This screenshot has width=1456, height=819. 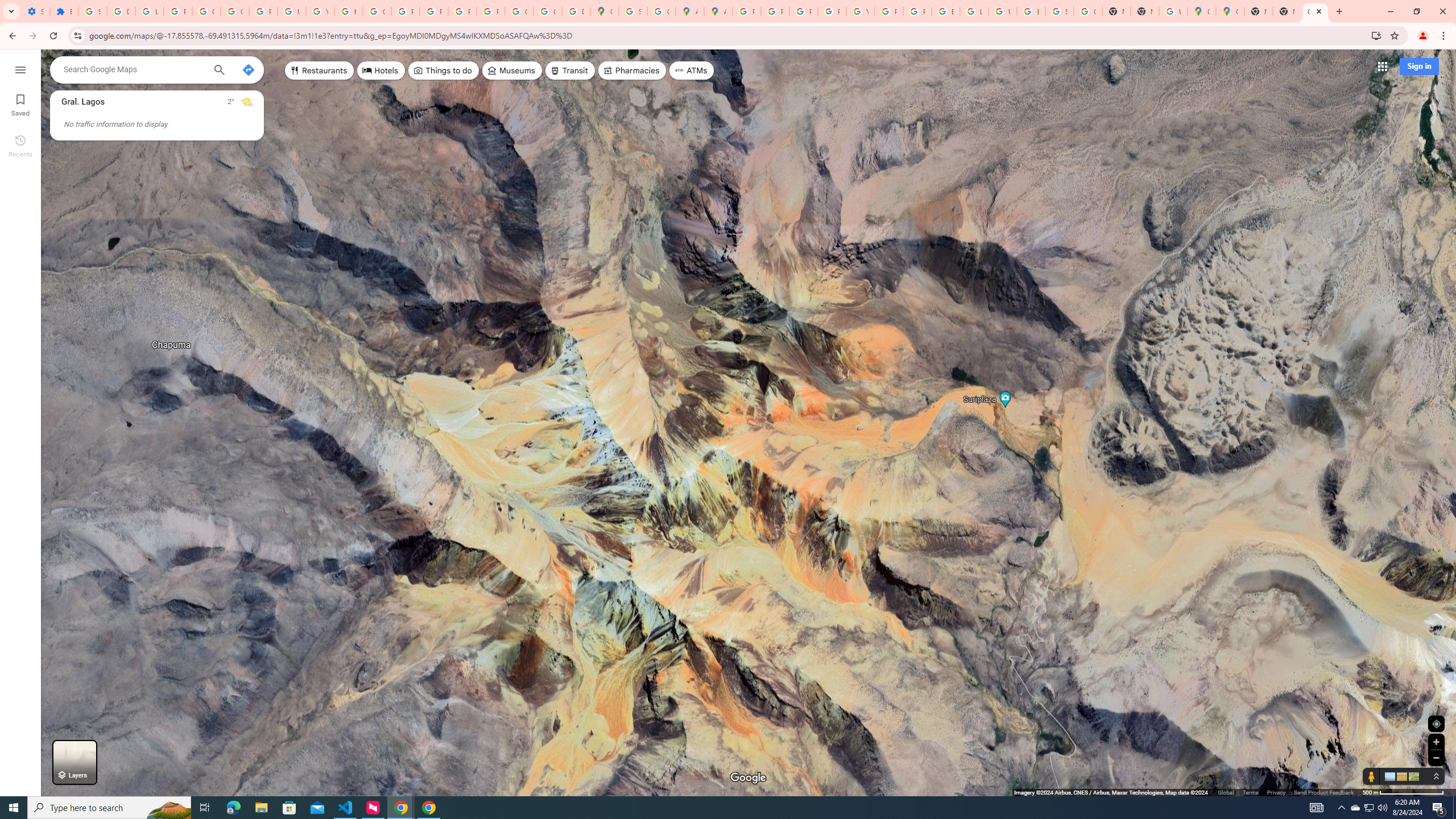 What do you see at coordinates (1226, 792) in the screenshot?
I see `'Global'` at bounding box center [1226, 792].